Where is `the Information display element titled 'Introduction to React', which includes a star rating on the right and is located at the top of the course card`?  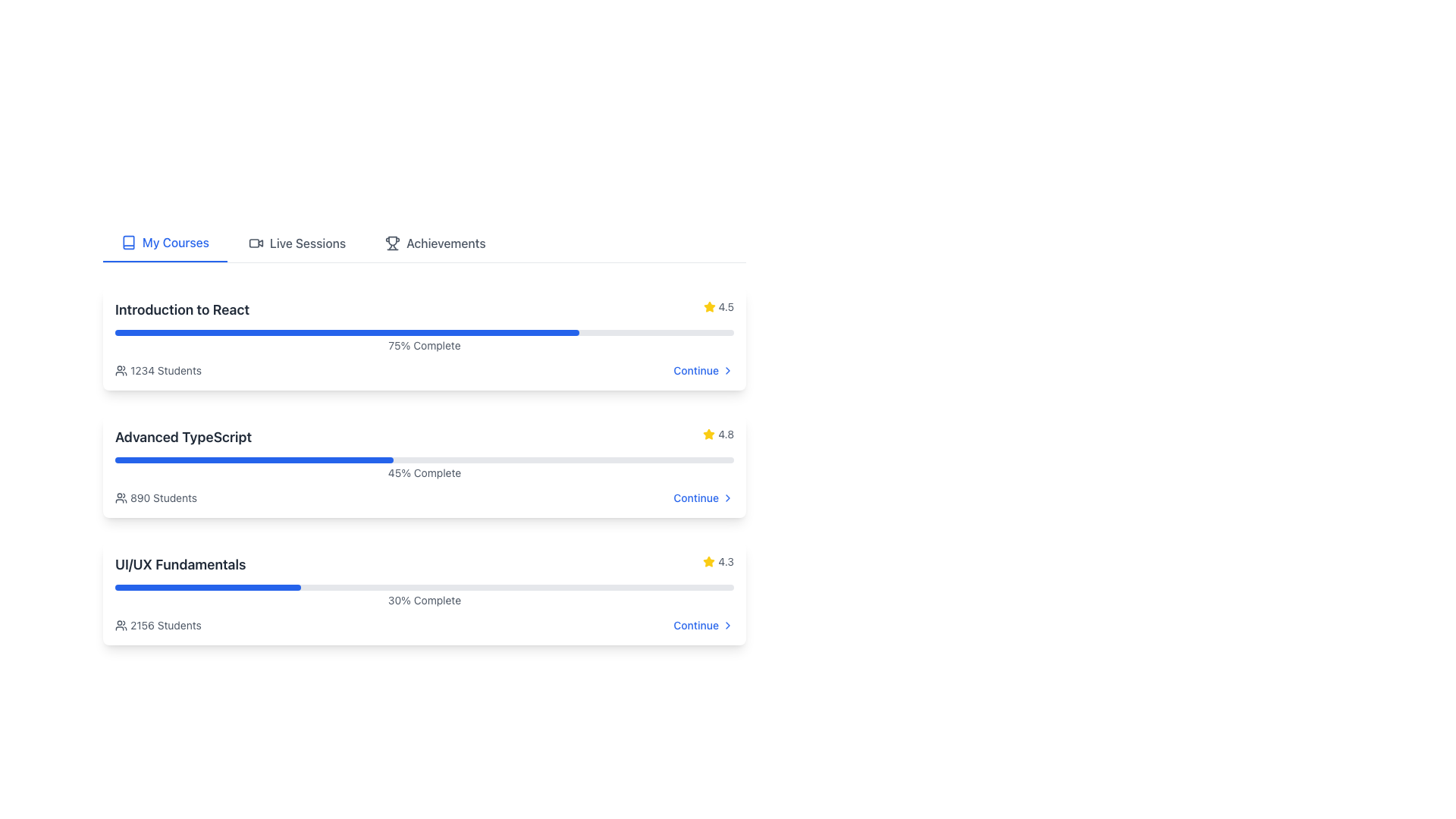 the Information display element titled 'Introduction to React', which includes a star rating on the right and is located at the top of the course card is located at coordinates (425, 309).